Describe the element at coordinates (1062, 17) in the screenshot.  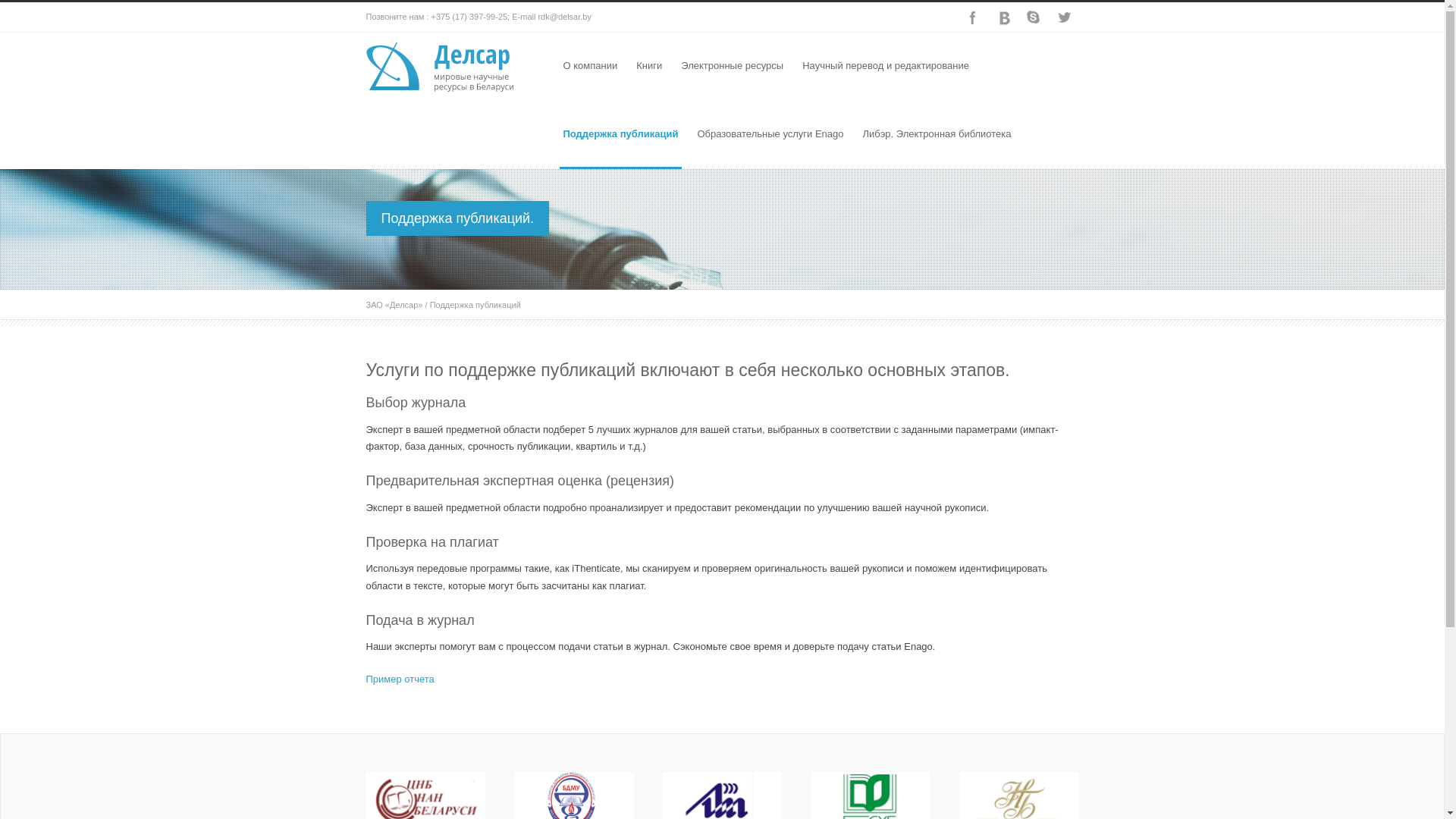
I see `'Twitter'` at that location.